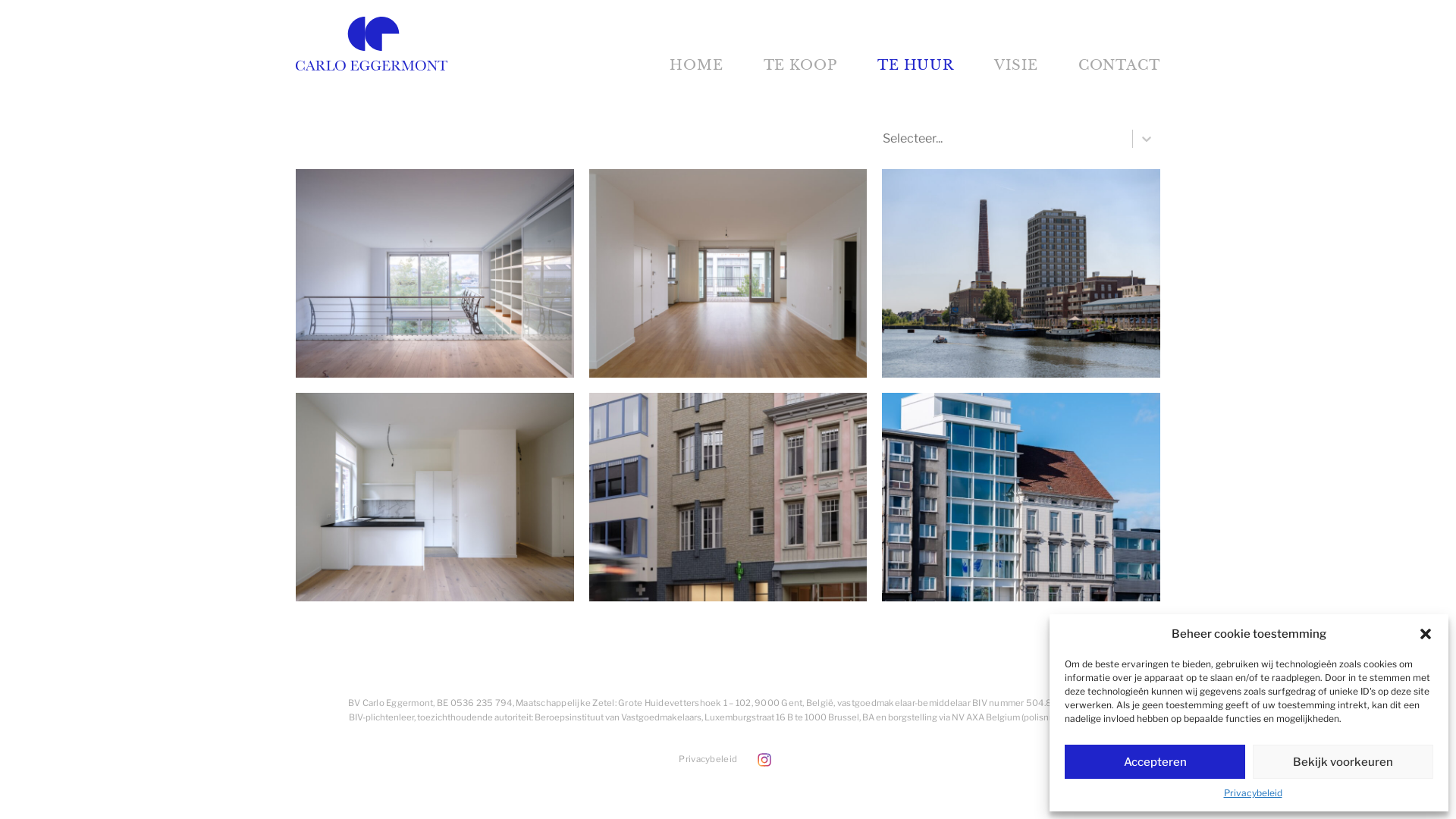  I want to click on 'Privacybeleid', so click(707, 759).